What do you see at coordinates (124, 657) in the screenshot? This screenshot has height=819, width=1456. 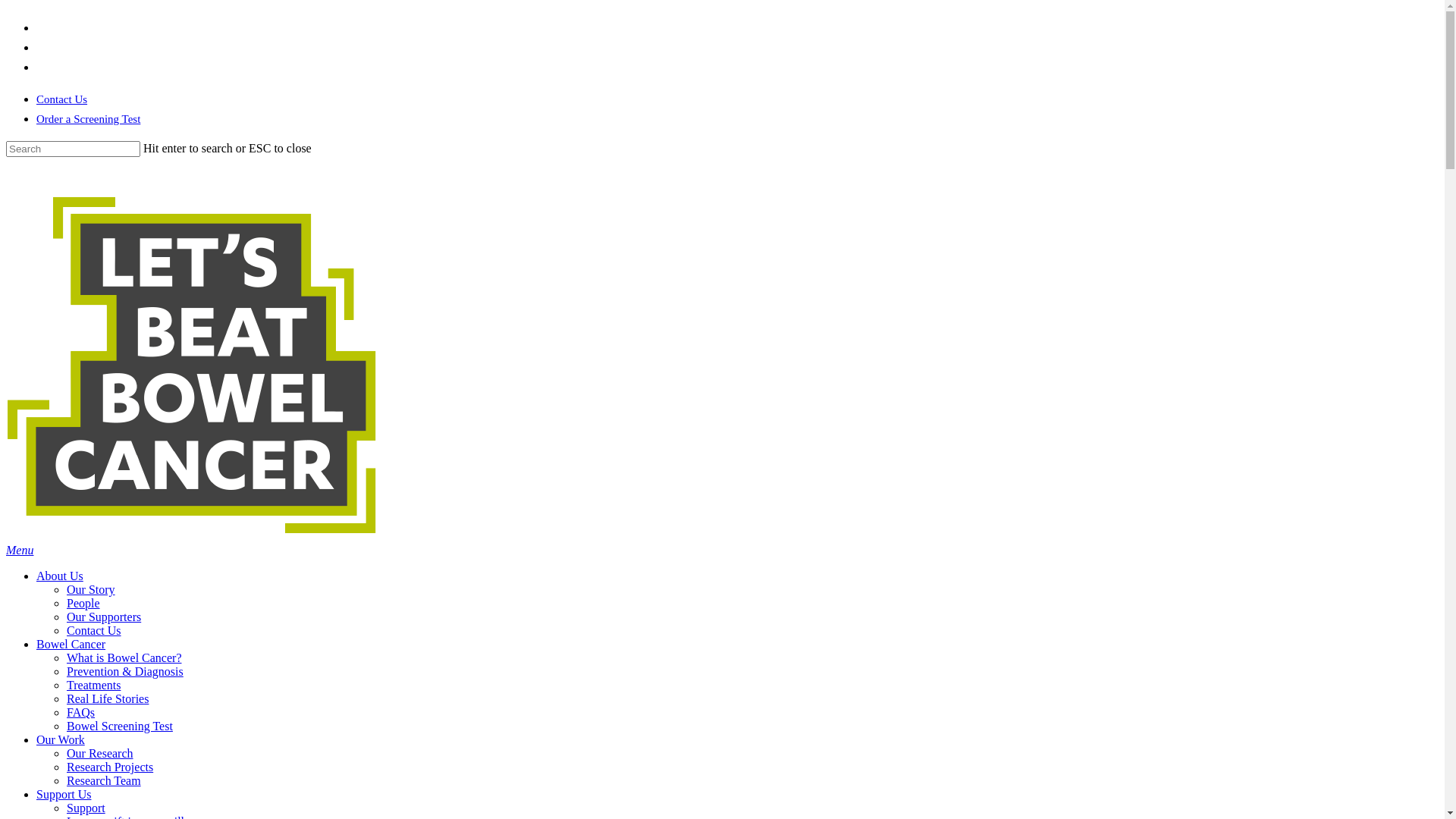 I see `'What is Bowel Cancer?'` at bounding box center [124, 657].